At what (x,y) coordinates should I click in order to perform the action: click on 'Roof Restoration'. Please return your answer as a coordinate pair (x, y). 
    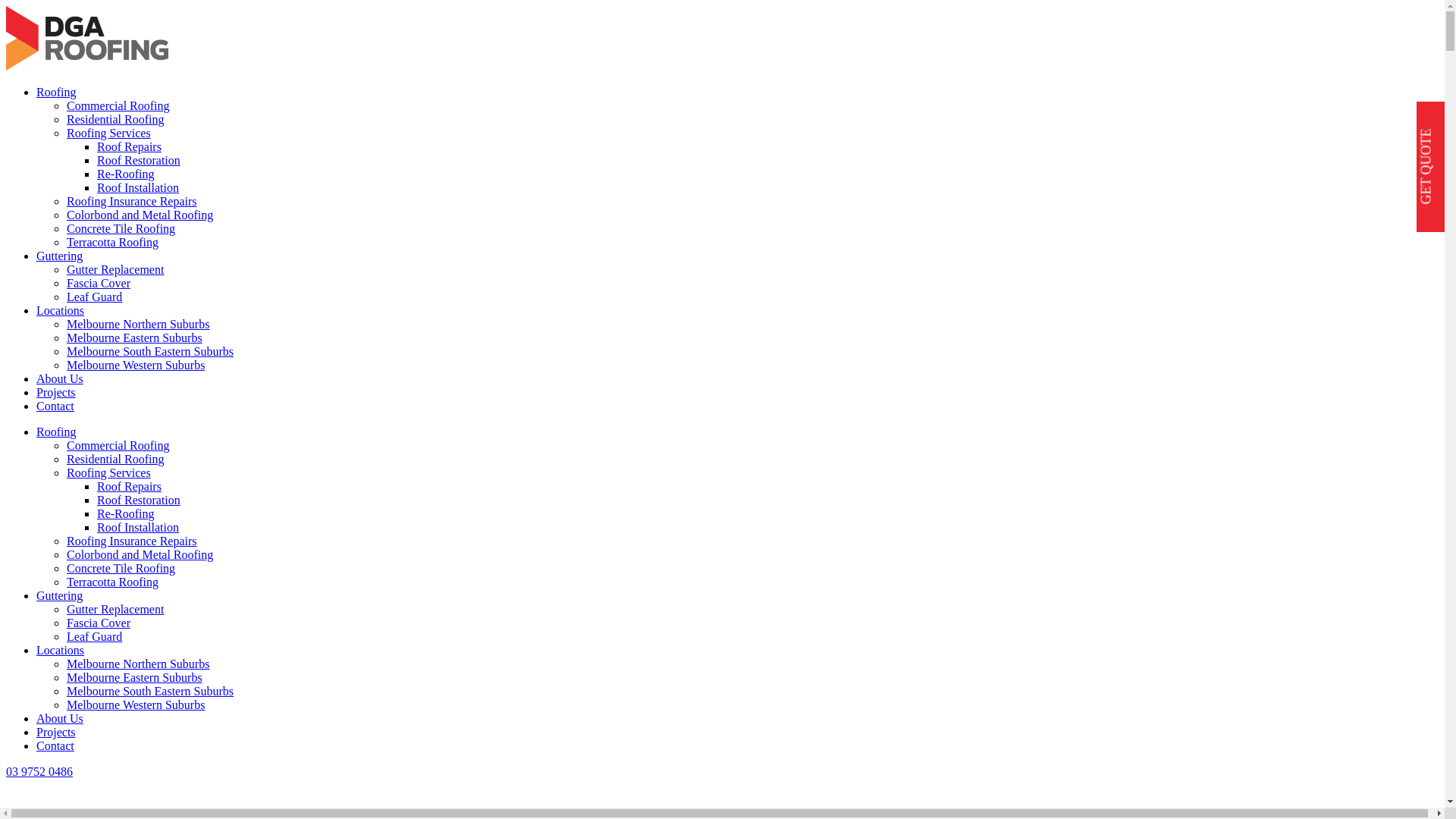
    Looking at the image, I should click on (138, 160).